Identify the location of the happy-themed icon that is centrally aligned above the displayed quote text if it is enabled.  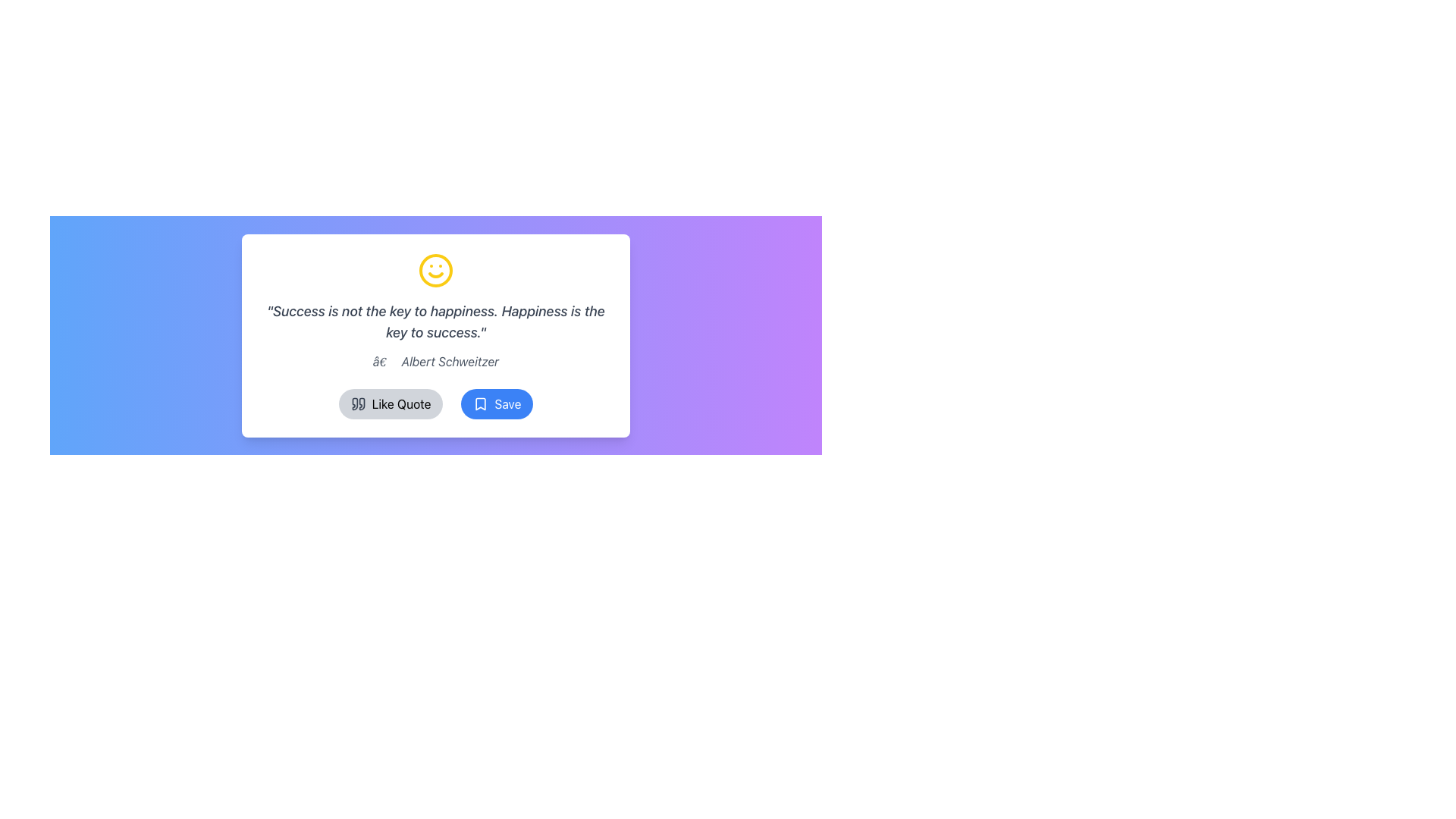
(435, 270).